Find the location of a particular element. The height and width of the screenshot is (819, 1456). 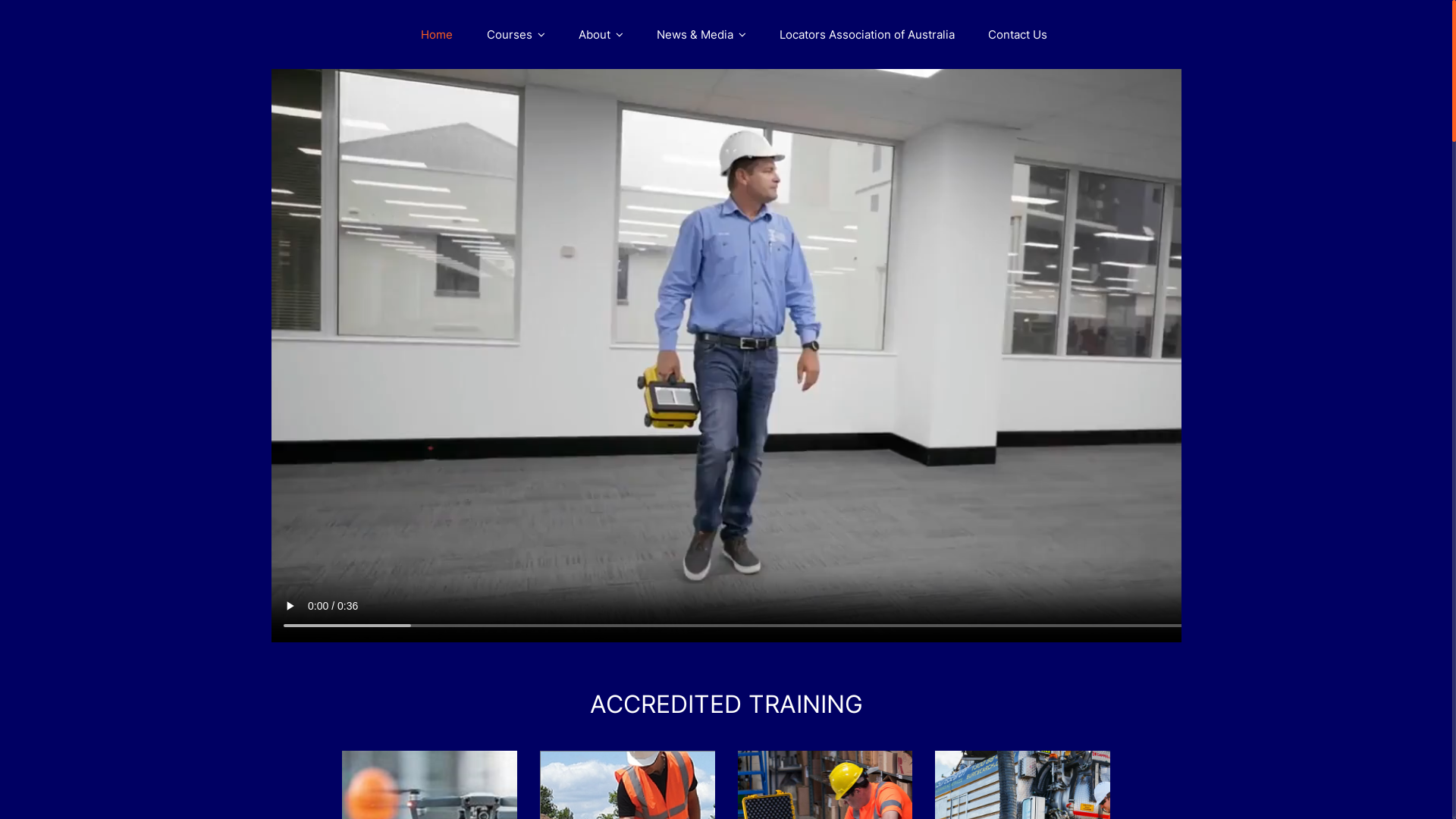

'About' is located at coordinates (599, 34).